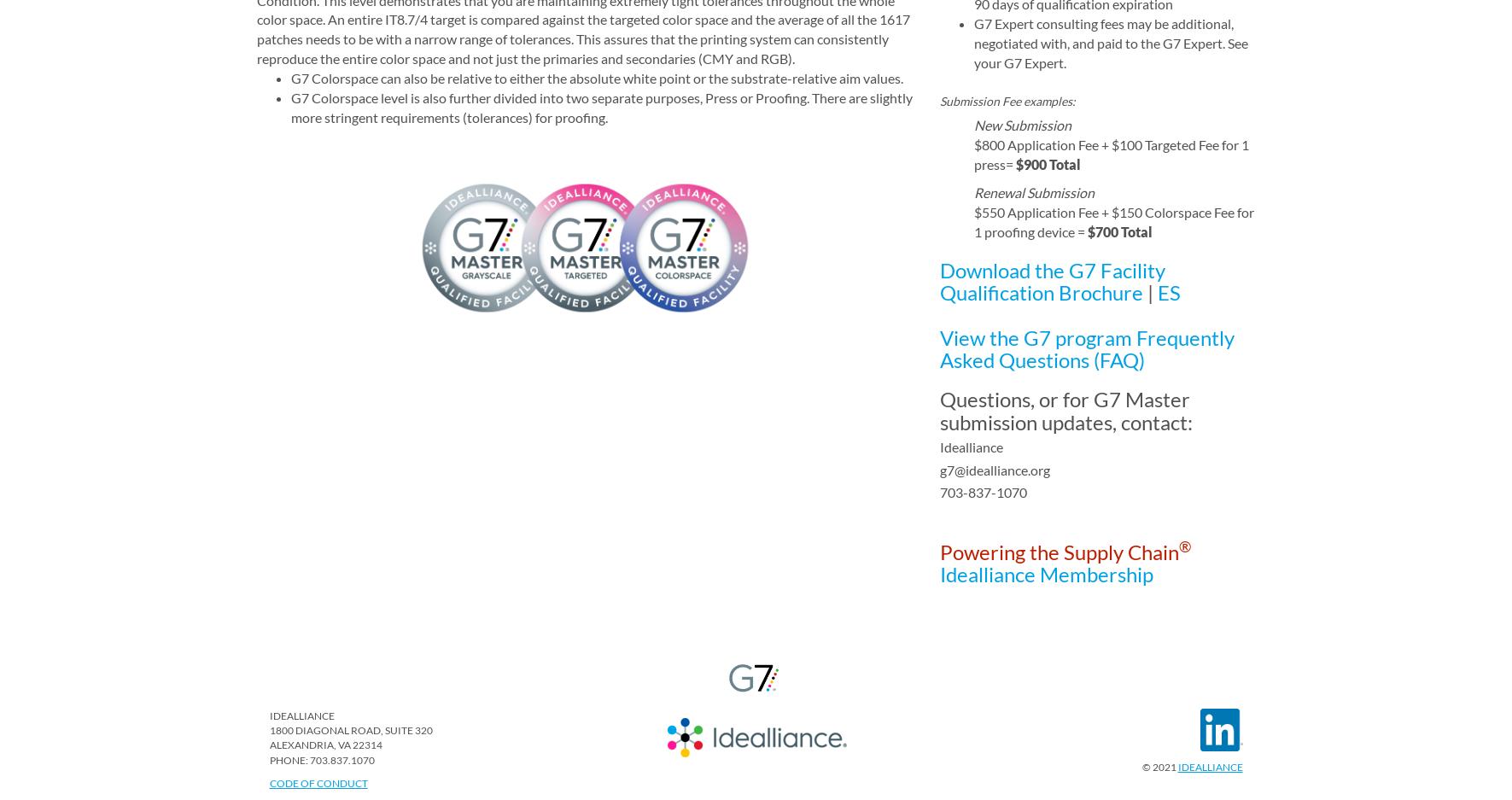  I want to click on 'Questions, or for G7 Master submission updates, contact:', so click(1065, 410).